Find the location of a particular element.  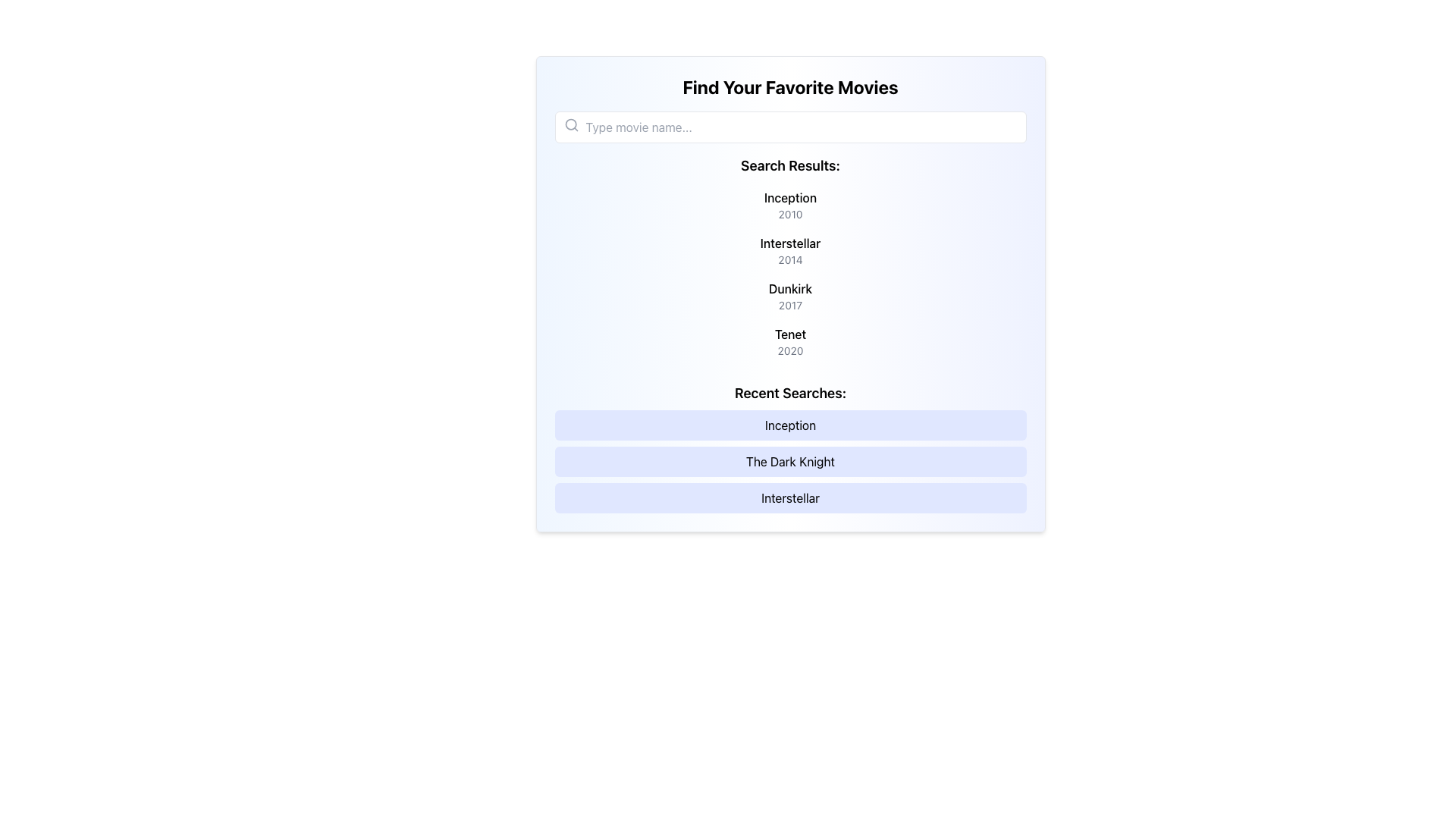

the 'Interstellar' button, which is the last item under the 'Recent Searches' heading, to revisit the search is located at coordinates (789, 497).